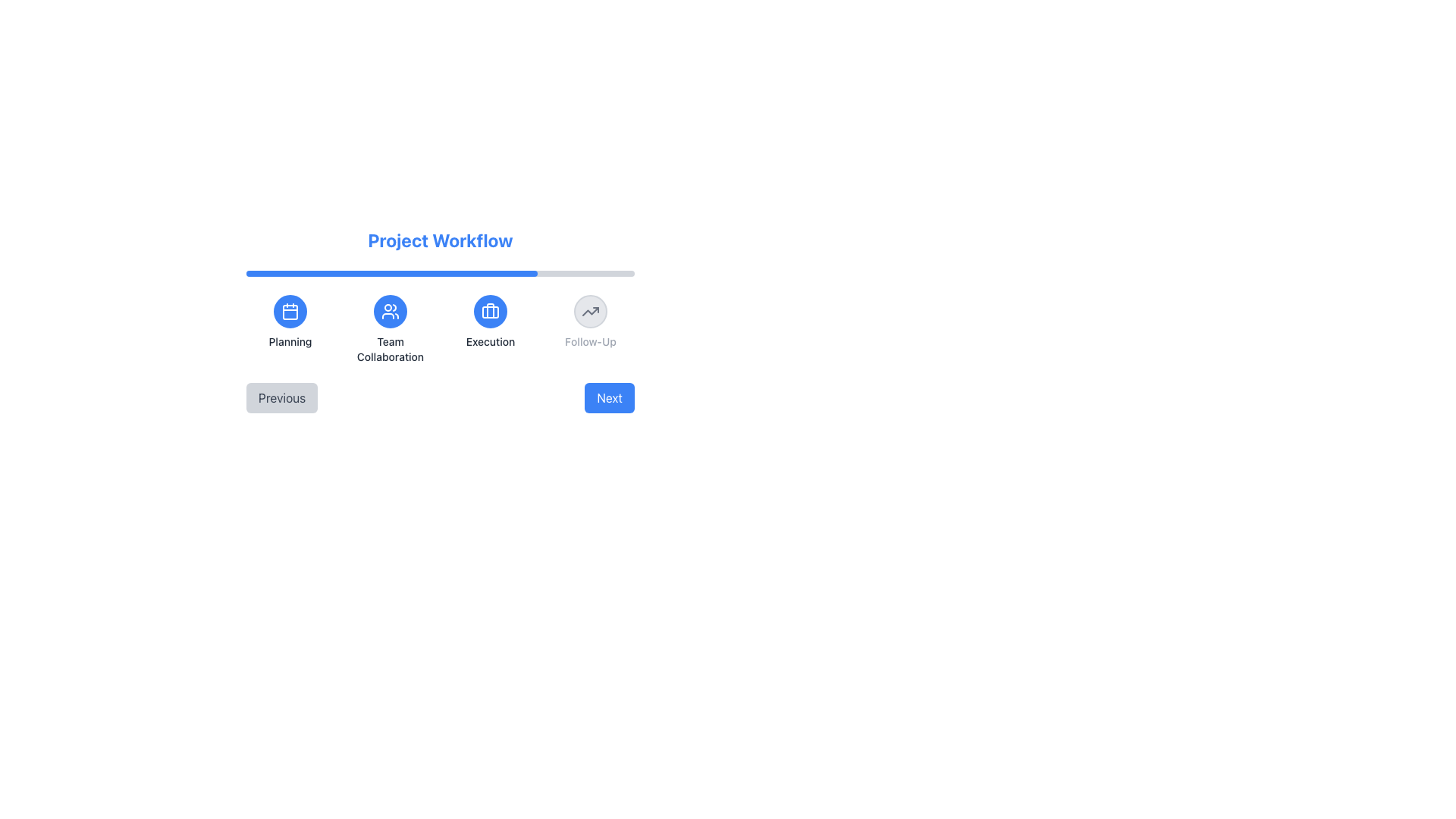 The image size is (1456, 819). What do you see at coordinates (390, 350) in the screenshot?
I see `the 'Team Collaboration' text label, which is the second element in the horizontal sequence under the 'Project Workflow' heading, positioned between 'Planning' and 'Execution'` at bounding box center [390, 350].